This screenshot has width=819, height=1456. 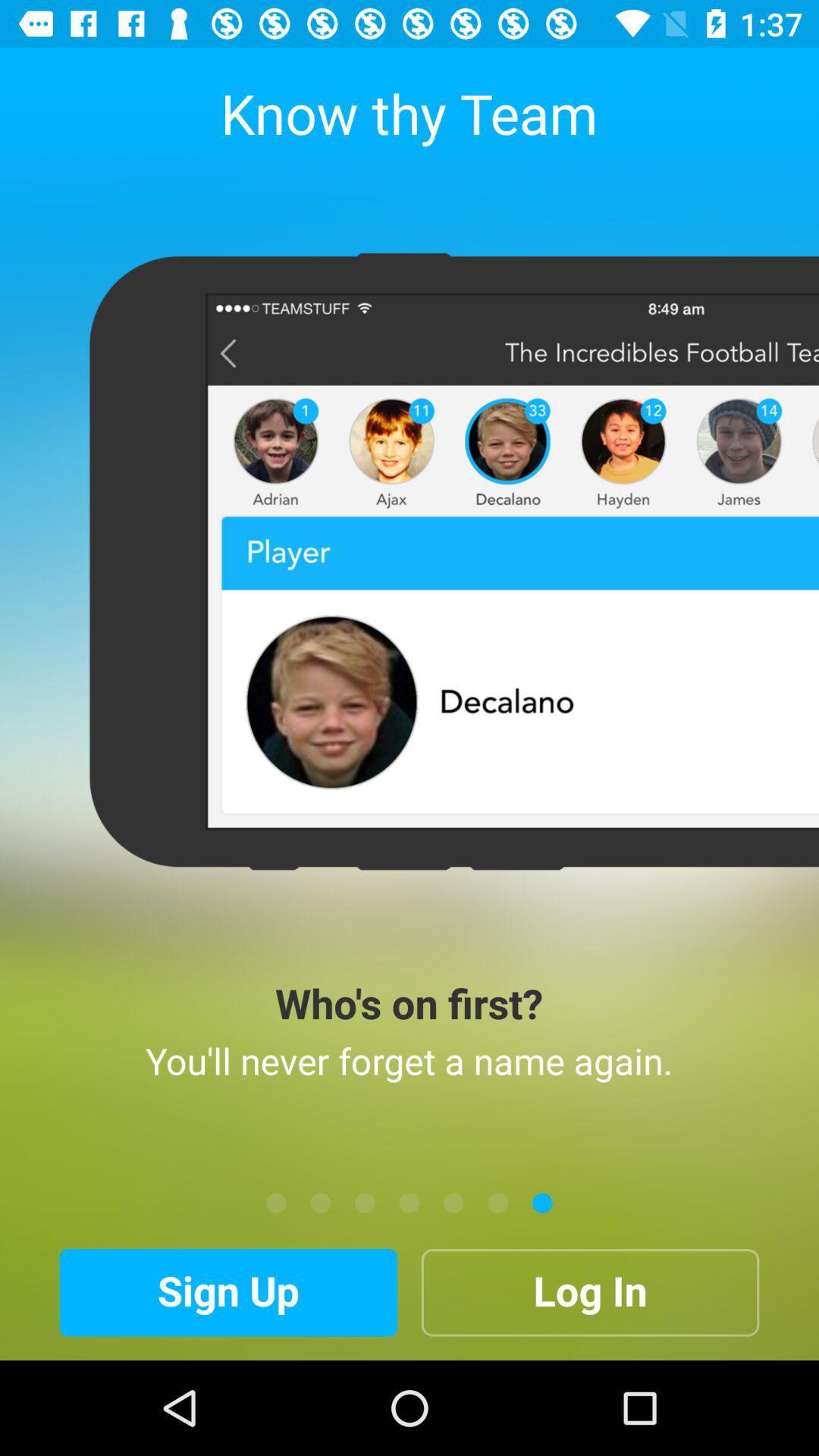 What do you see at coordinates (497, 1202) in the screenshot?
I see `the item below the you ll never item` at bounding box center [497, 1202].